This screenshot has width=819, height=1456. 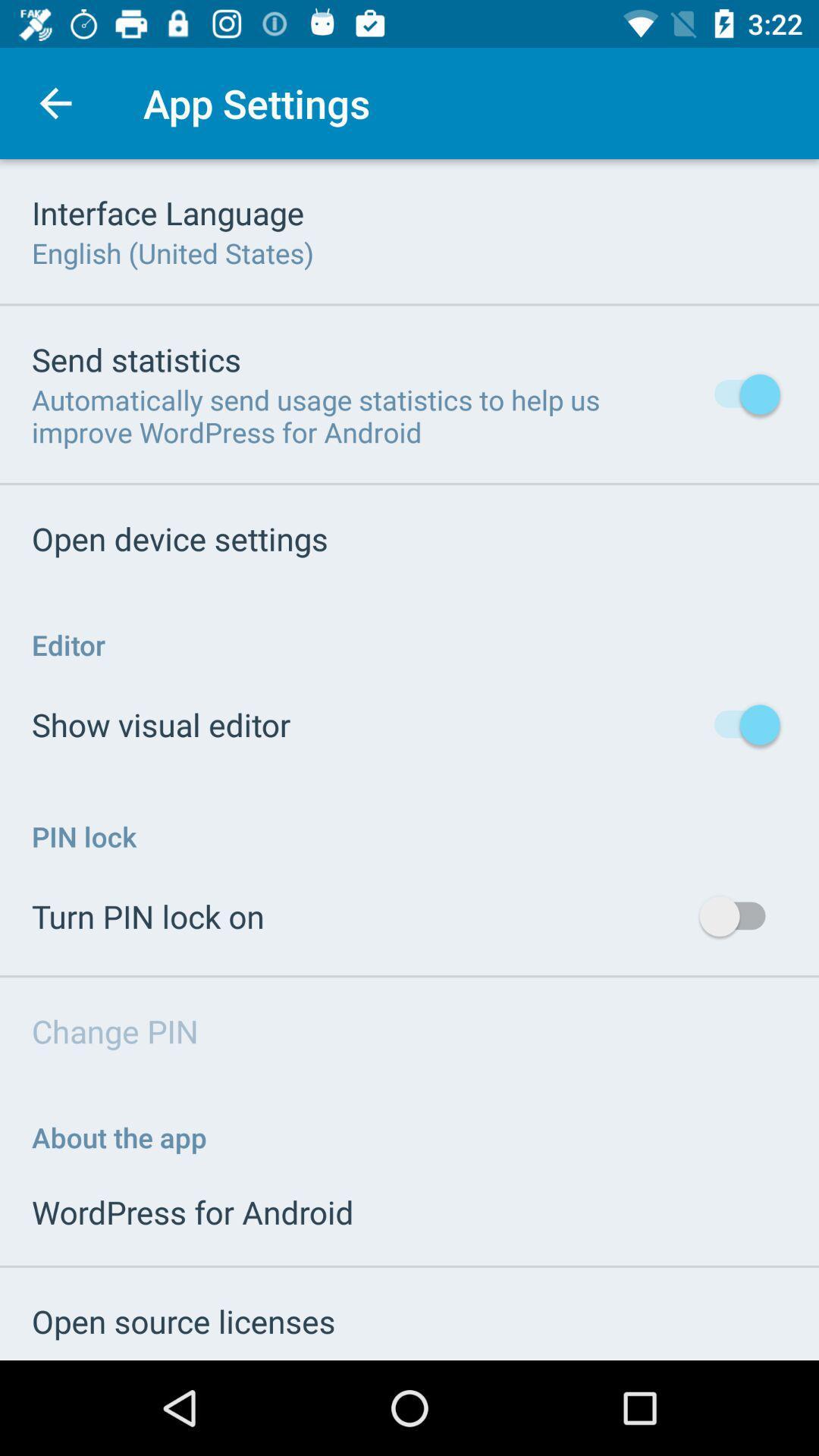 What do you see at coordinates (409, 760) in the screenshot?
I see `visual editor and pin lock` at bounding box center [409, 760].